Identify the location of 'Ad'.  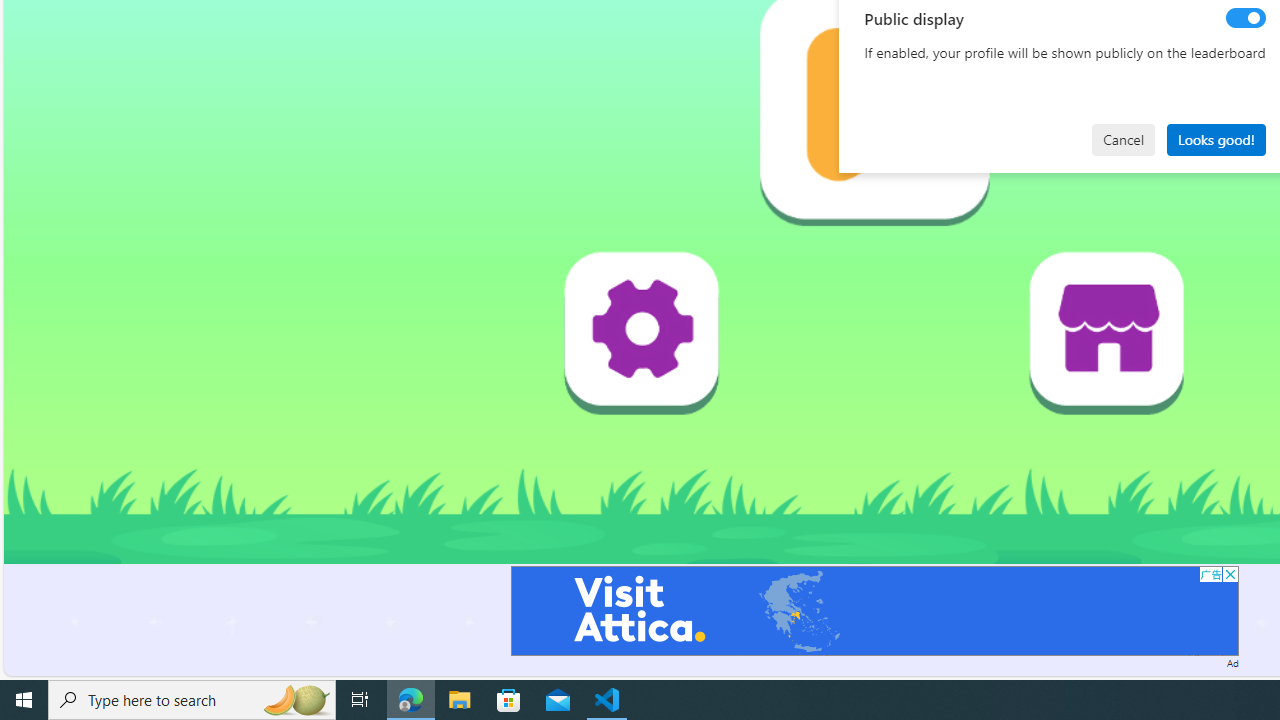
(1231, 662).